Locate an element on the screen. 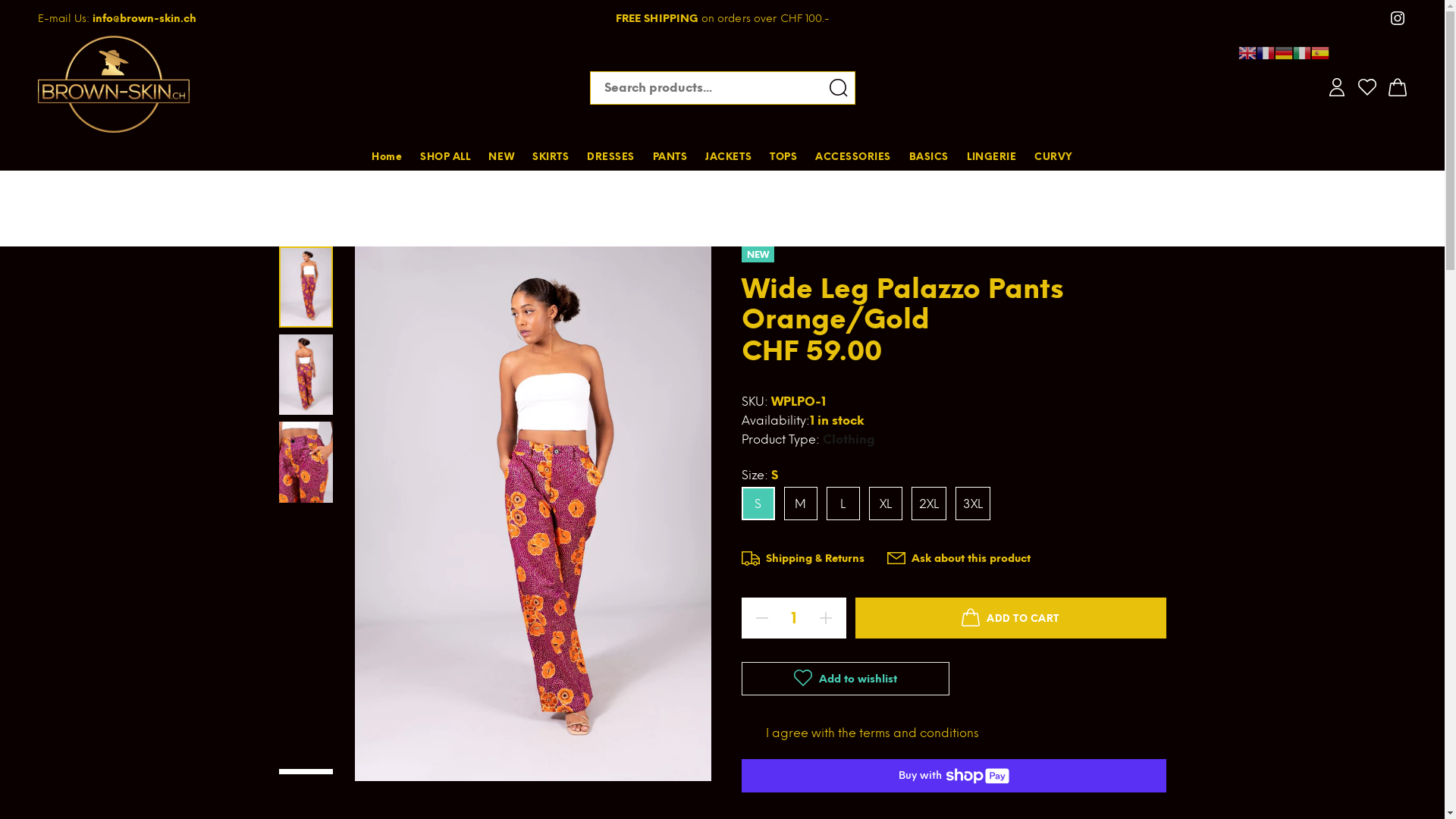 The image size is (1456, 819). 'Ask about this product' is located at coordinates (958, 559).